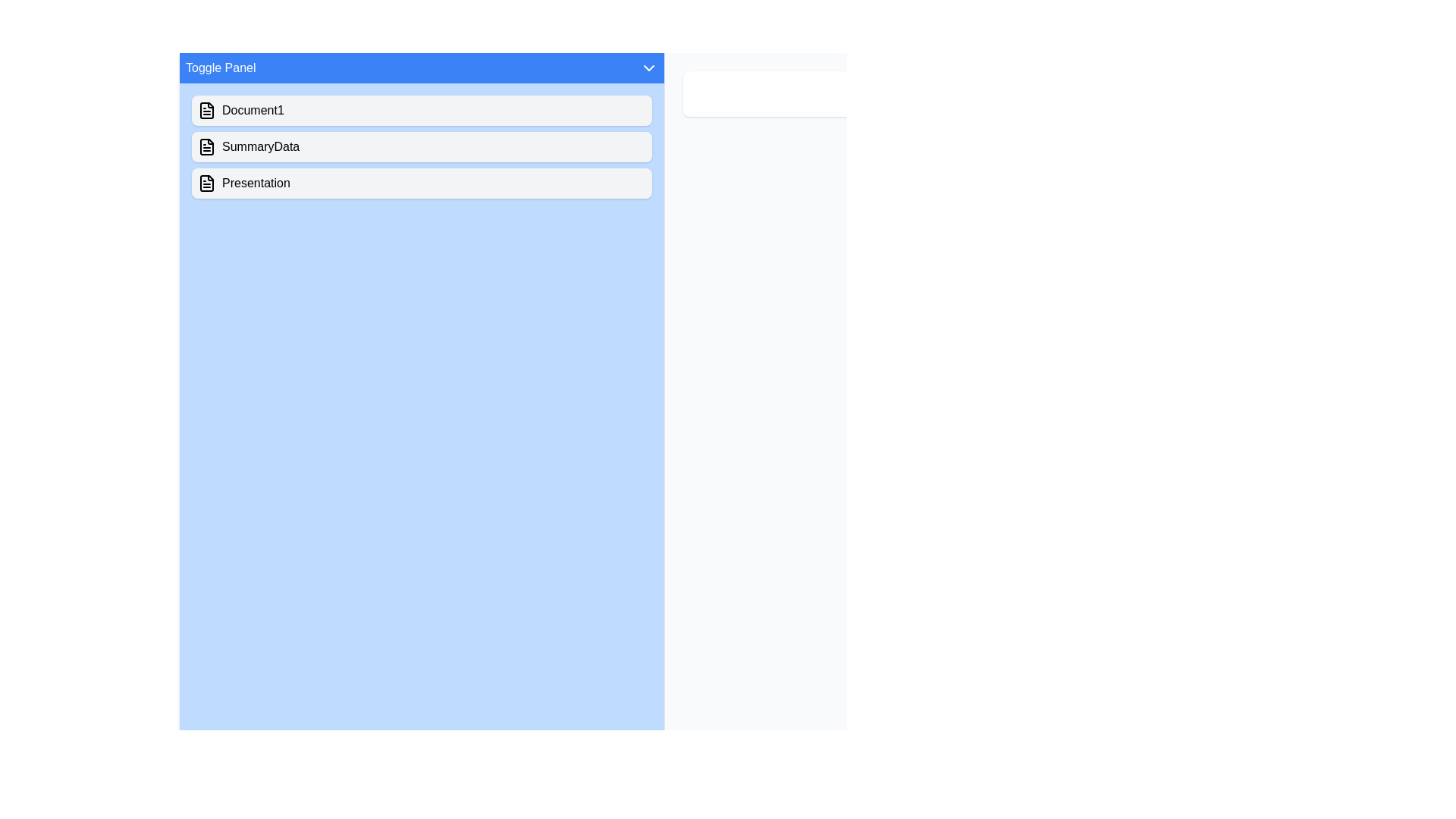 This screenshot has height=819, width=1456. What do you see at coordinates (648, 67) in the screenshot?
I see `the Chevron icon on the far-right side of the blue header bar` at bounding box center [648, 67].